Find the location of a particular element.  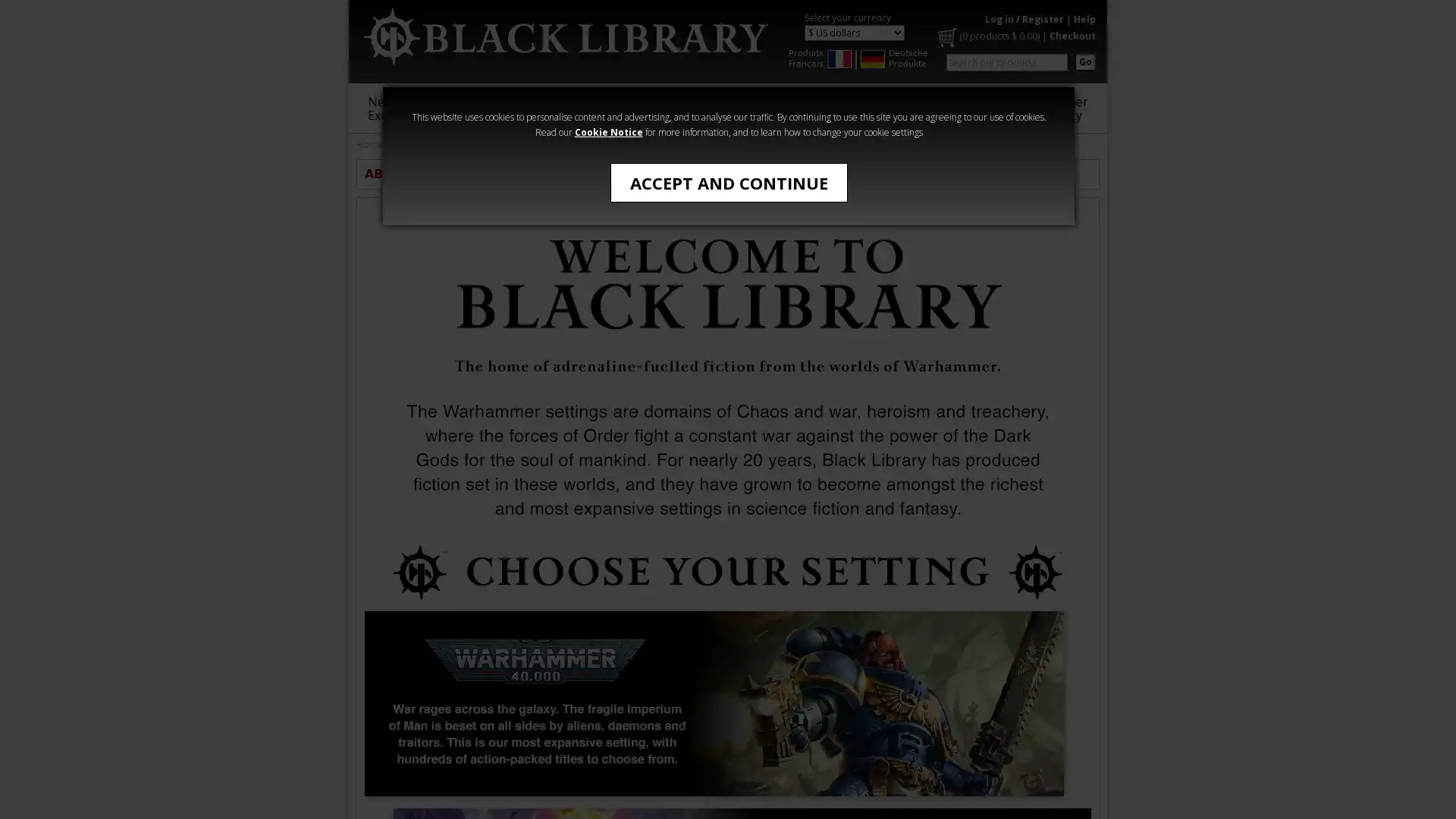

ACCEPT AND CONTINUE is located at coordinates (728, 181).